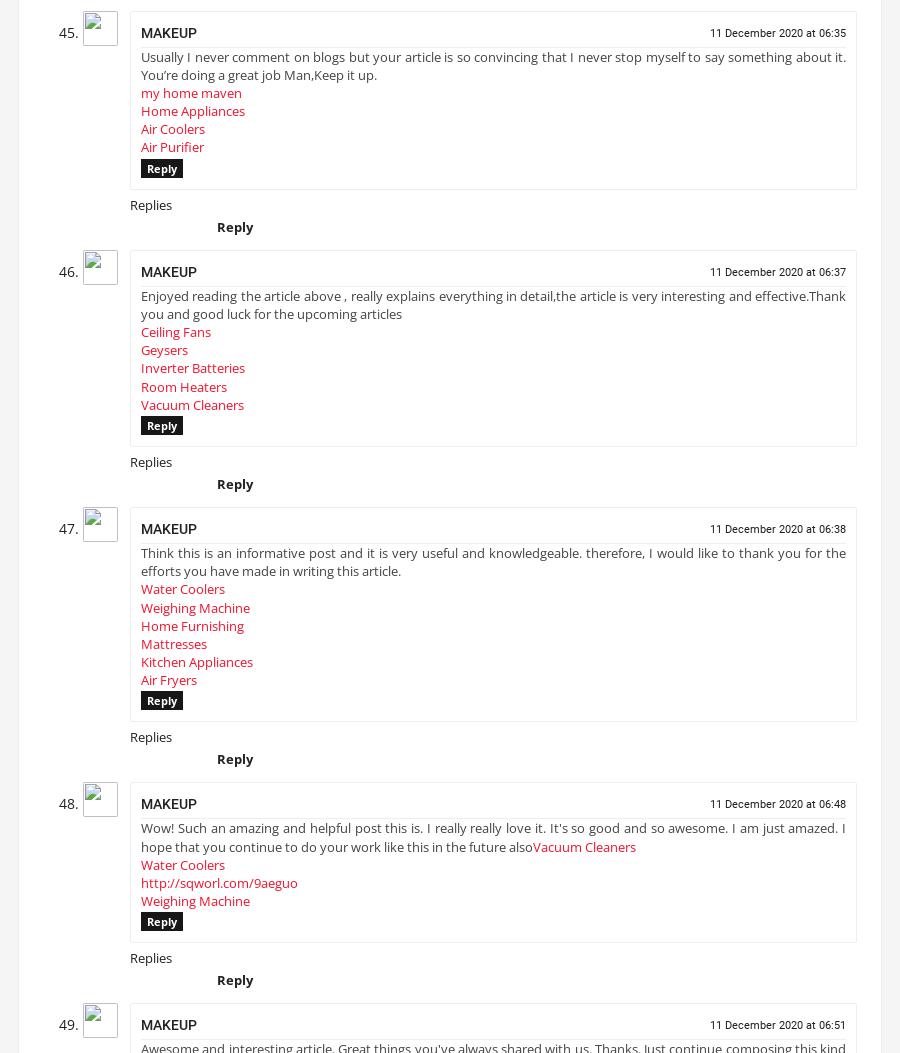 The width and height of the screenshot is (900, 1053). Describe the element at coordinates (492, 568) in the screenshot. I see `'Think this is an informative post and it is very useful and knowledgeable. therefore, I would like to thank you for the efforts you have made in writing this article.'` at that location.